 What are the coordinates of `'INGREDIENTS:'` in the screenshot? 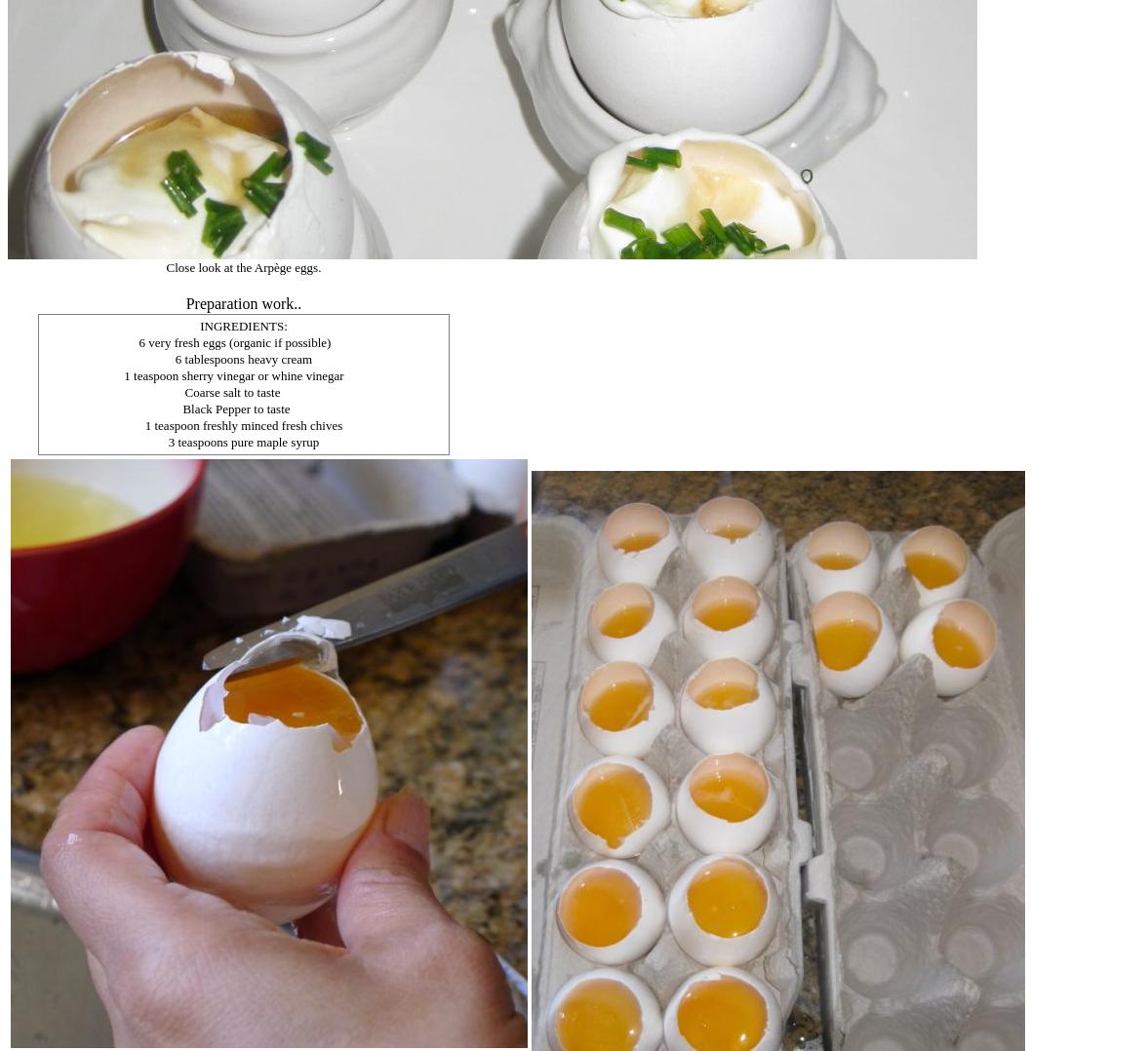 It's located at (242, 325).